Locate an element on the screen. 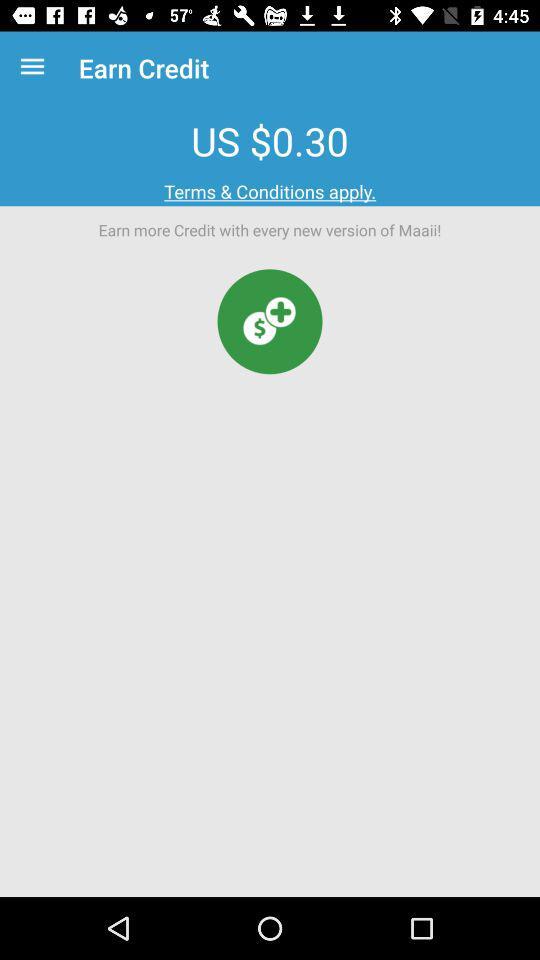  the icon at the center is located at coordinates (270, 321).